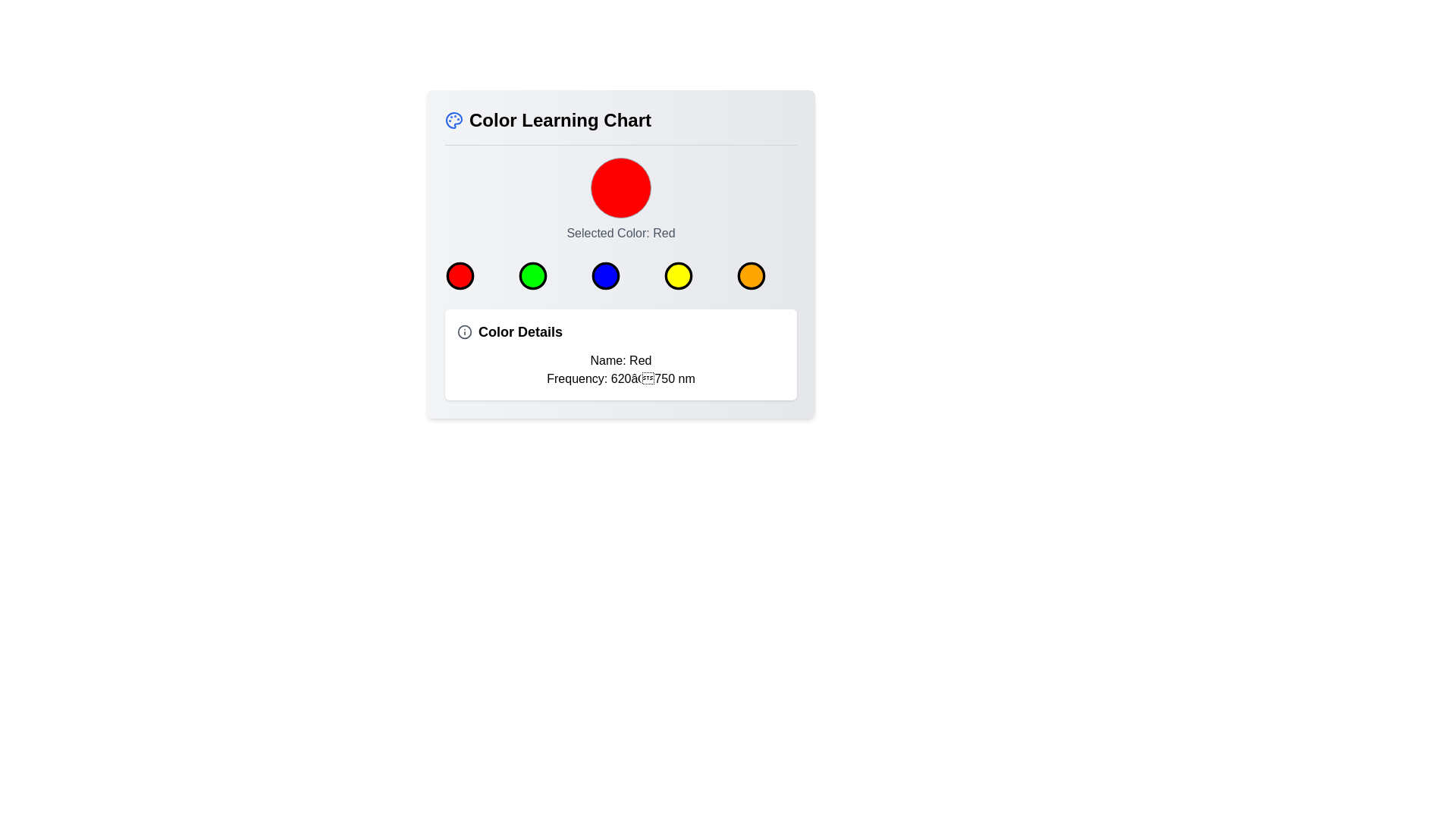 This screenshot has width=1456, height=819. I want to click on the first red color selection icon in the Color Learning Chart module, so click(459, 275).